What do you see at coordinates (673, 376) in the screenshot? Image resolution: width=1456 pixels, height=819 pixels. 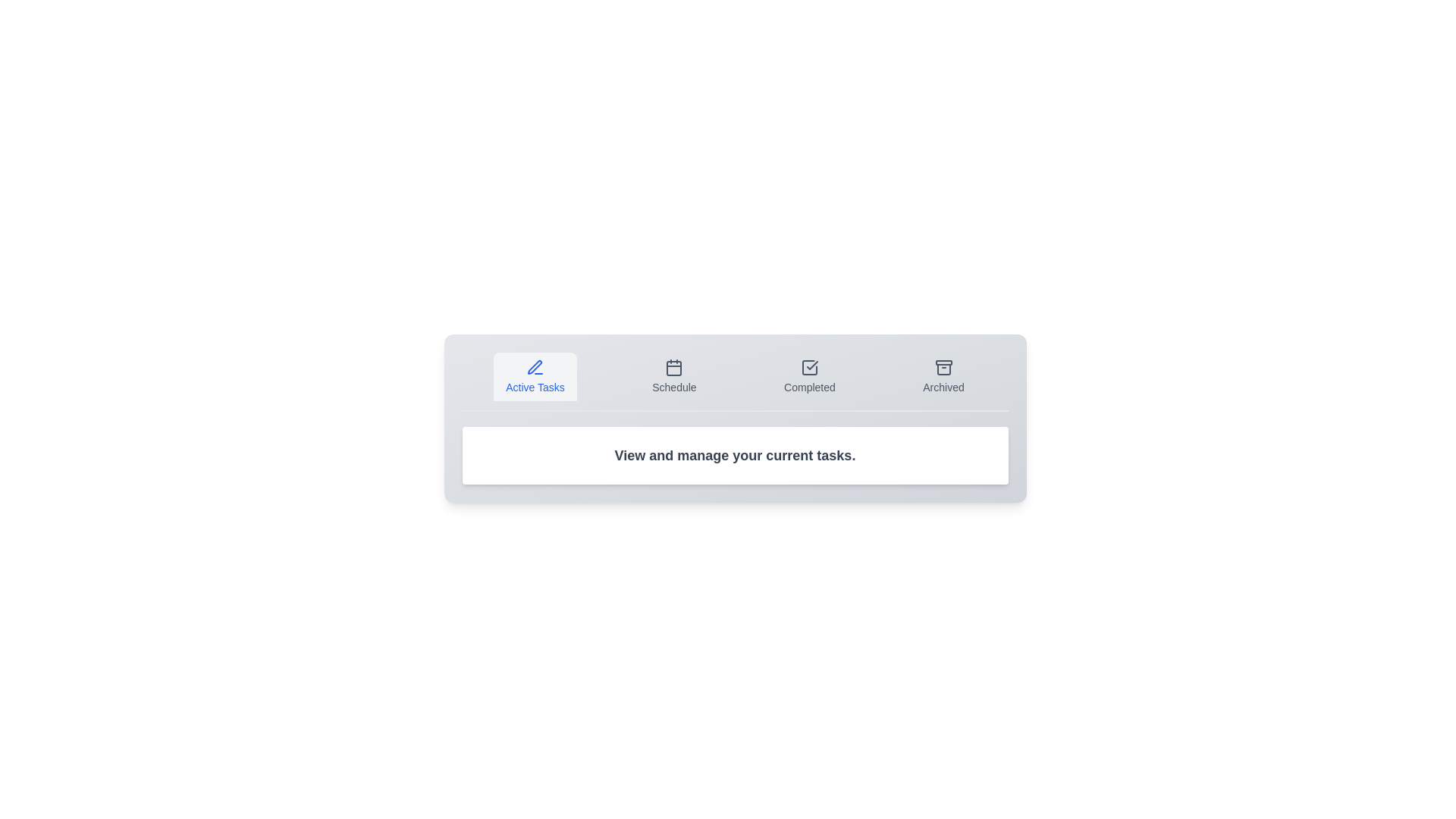 I see `the tab labeled Schedule` at bounding box center [673, 376].